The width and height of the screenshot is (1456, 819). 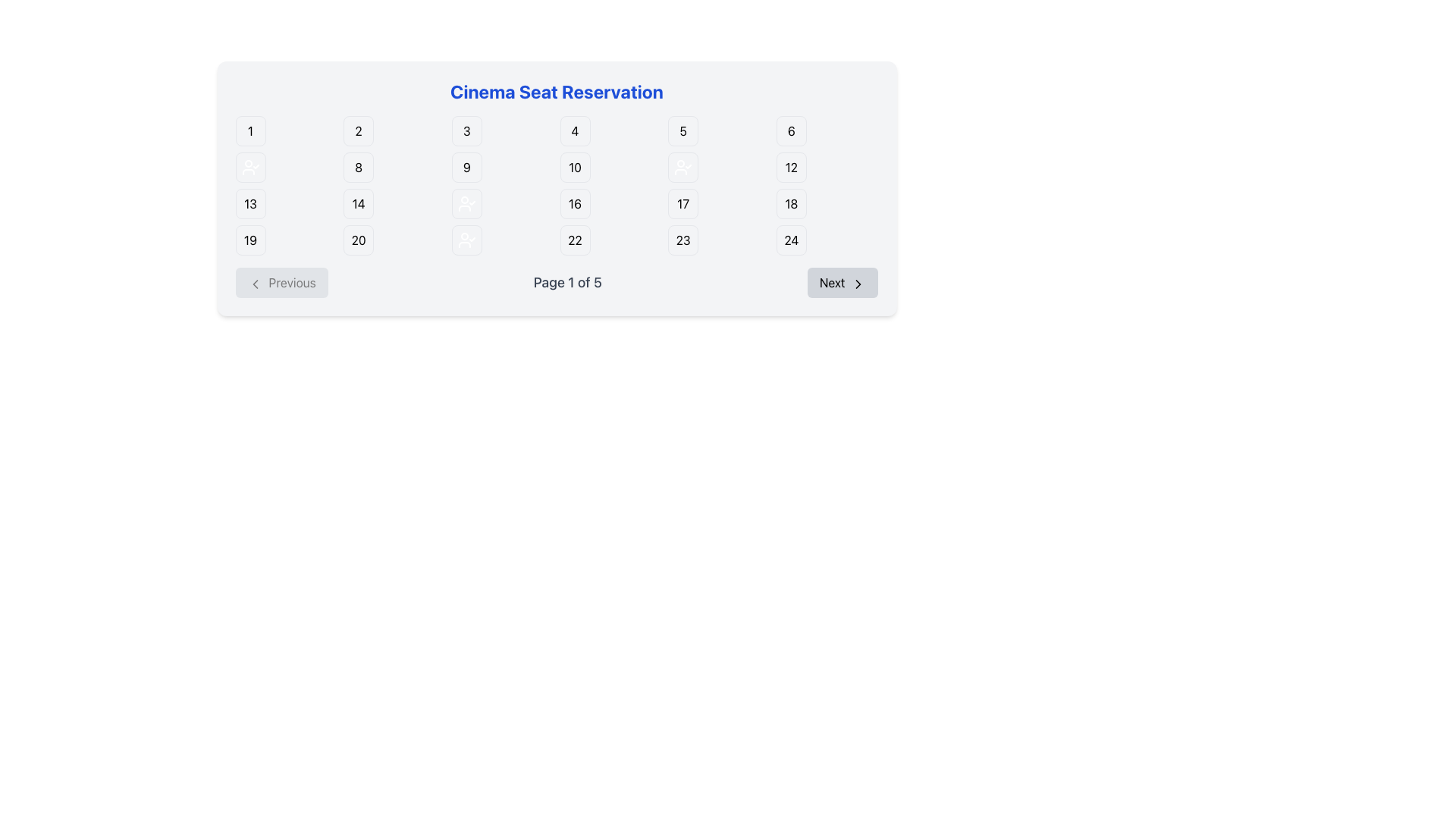 I want to click on the 'Previous' button, which is a rectangular button with a light gray background and a left-facing chevron icon, so click(x=281, y=283).